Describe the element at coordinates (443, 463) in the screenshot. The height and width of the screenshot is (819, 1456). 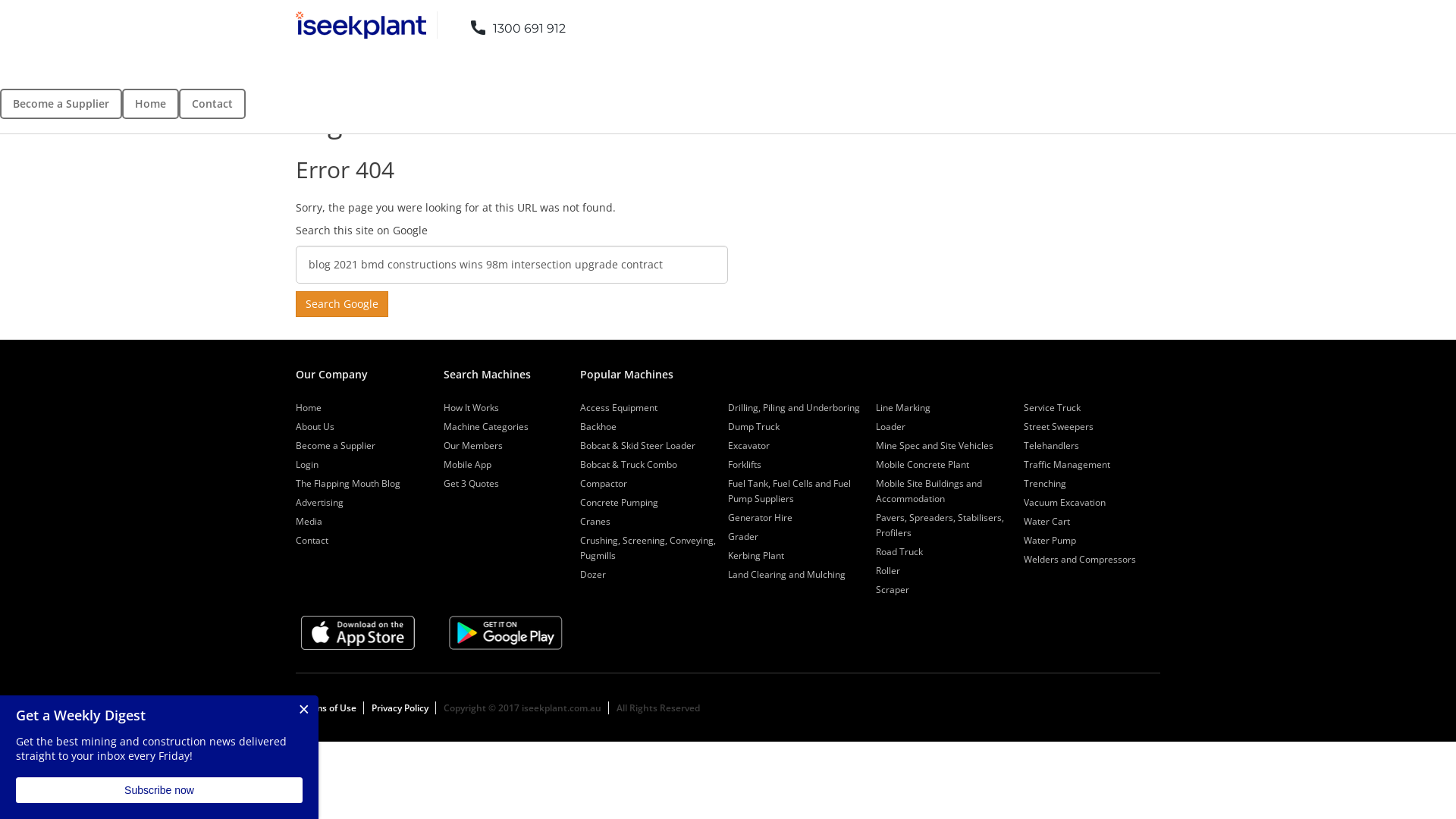
I see `'Mobile App'` at that location.